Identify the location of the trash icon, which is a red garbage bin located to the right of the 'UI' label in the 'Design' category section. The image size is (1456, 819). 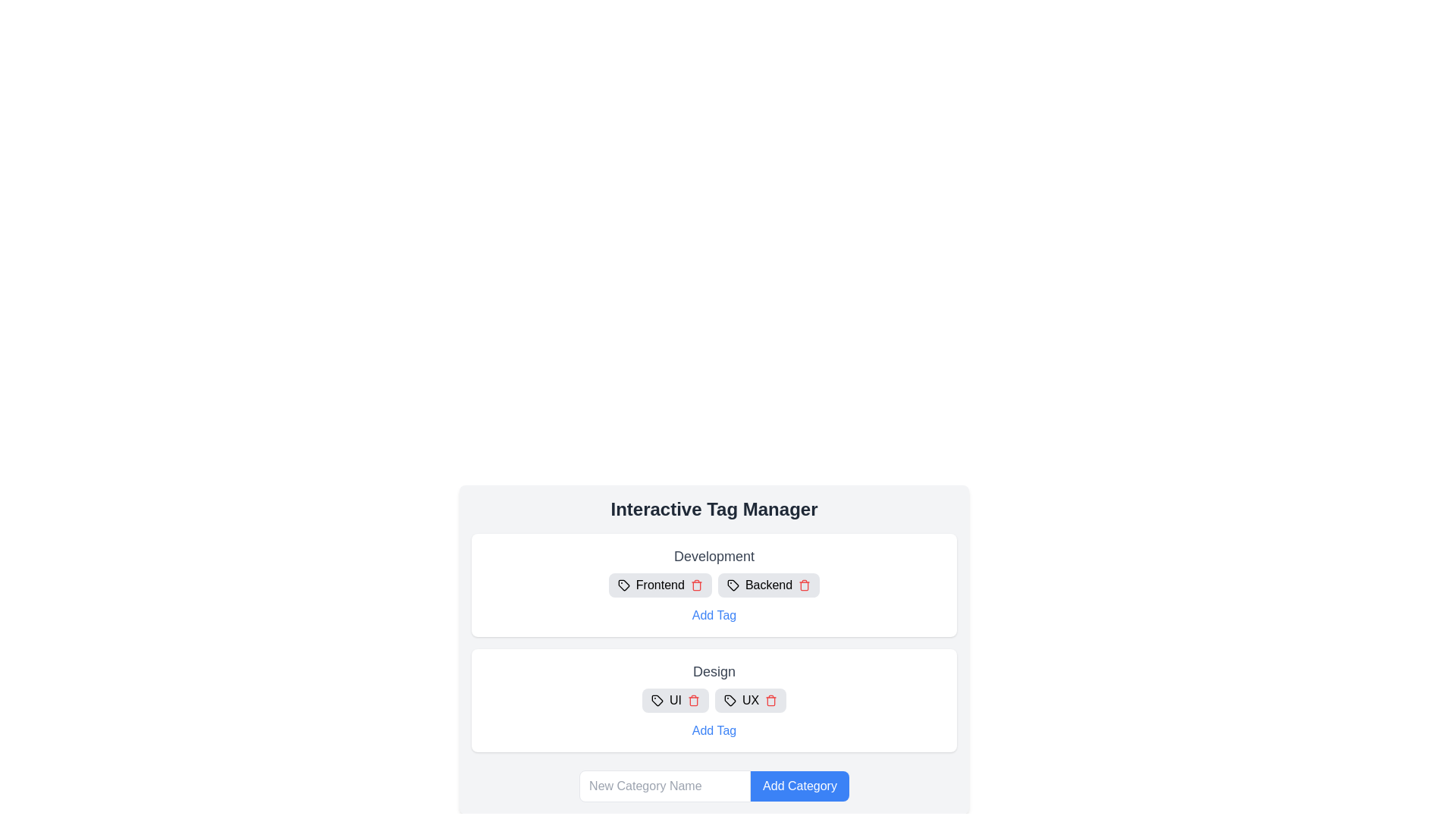
(692, 701).